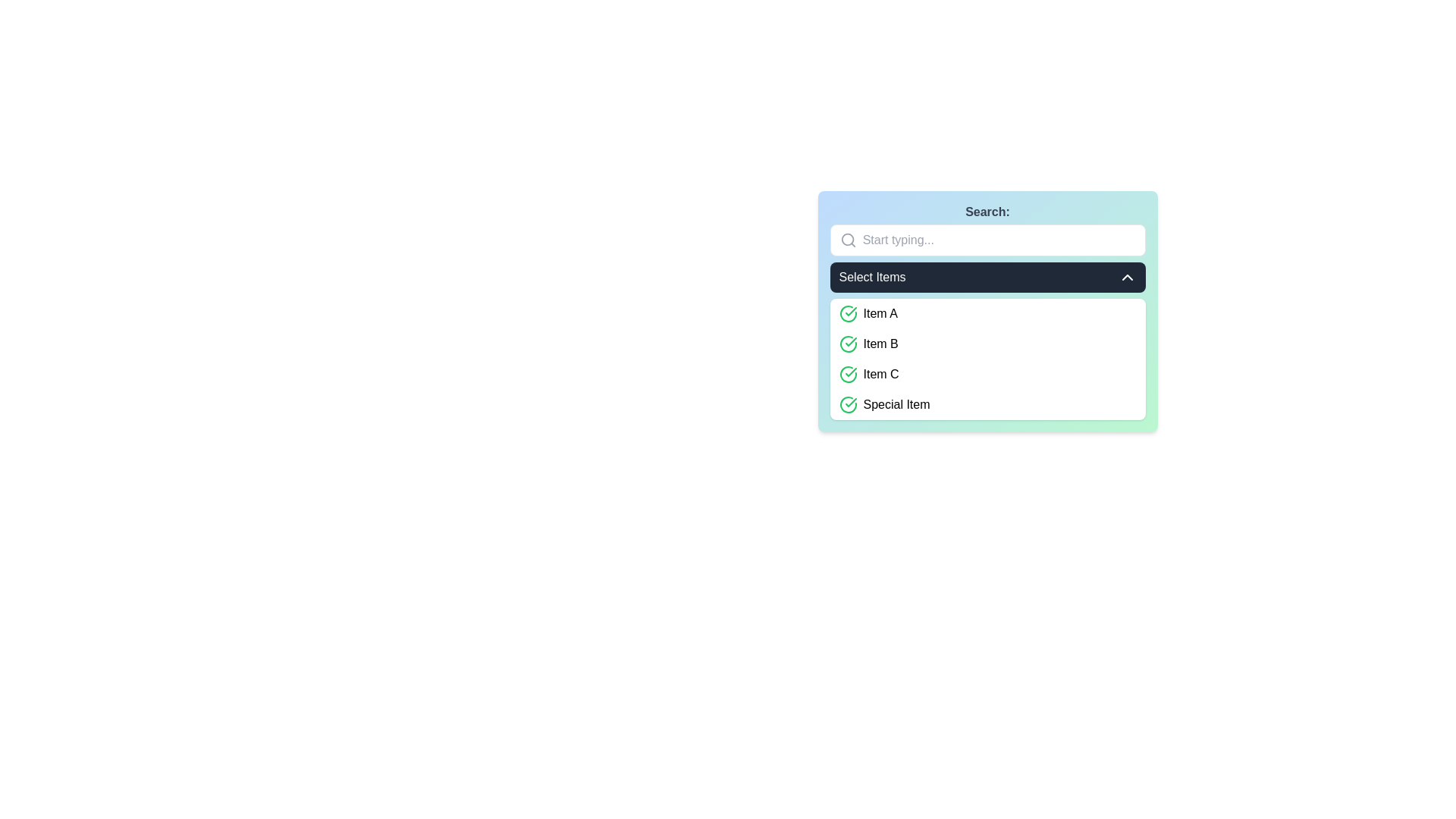  What do you see at coordinates (987, 403) in the screenshot?
I see `the dropdown list item labeled 'Special Item', which is the fourth option in the dropdown menu` at bounding box center [987, 403].